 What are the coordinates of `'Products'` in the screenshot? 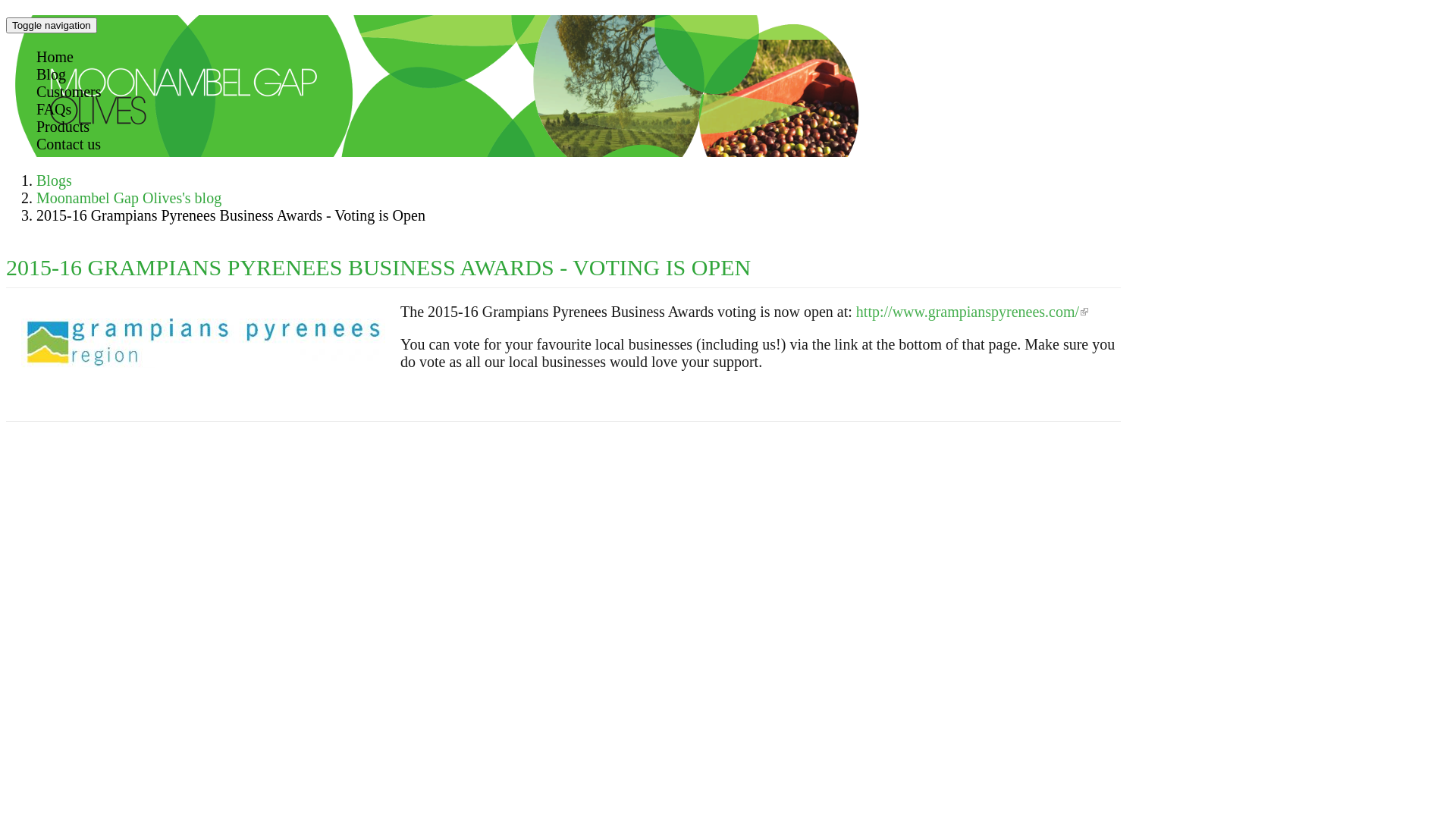 It's located at (61, 125).